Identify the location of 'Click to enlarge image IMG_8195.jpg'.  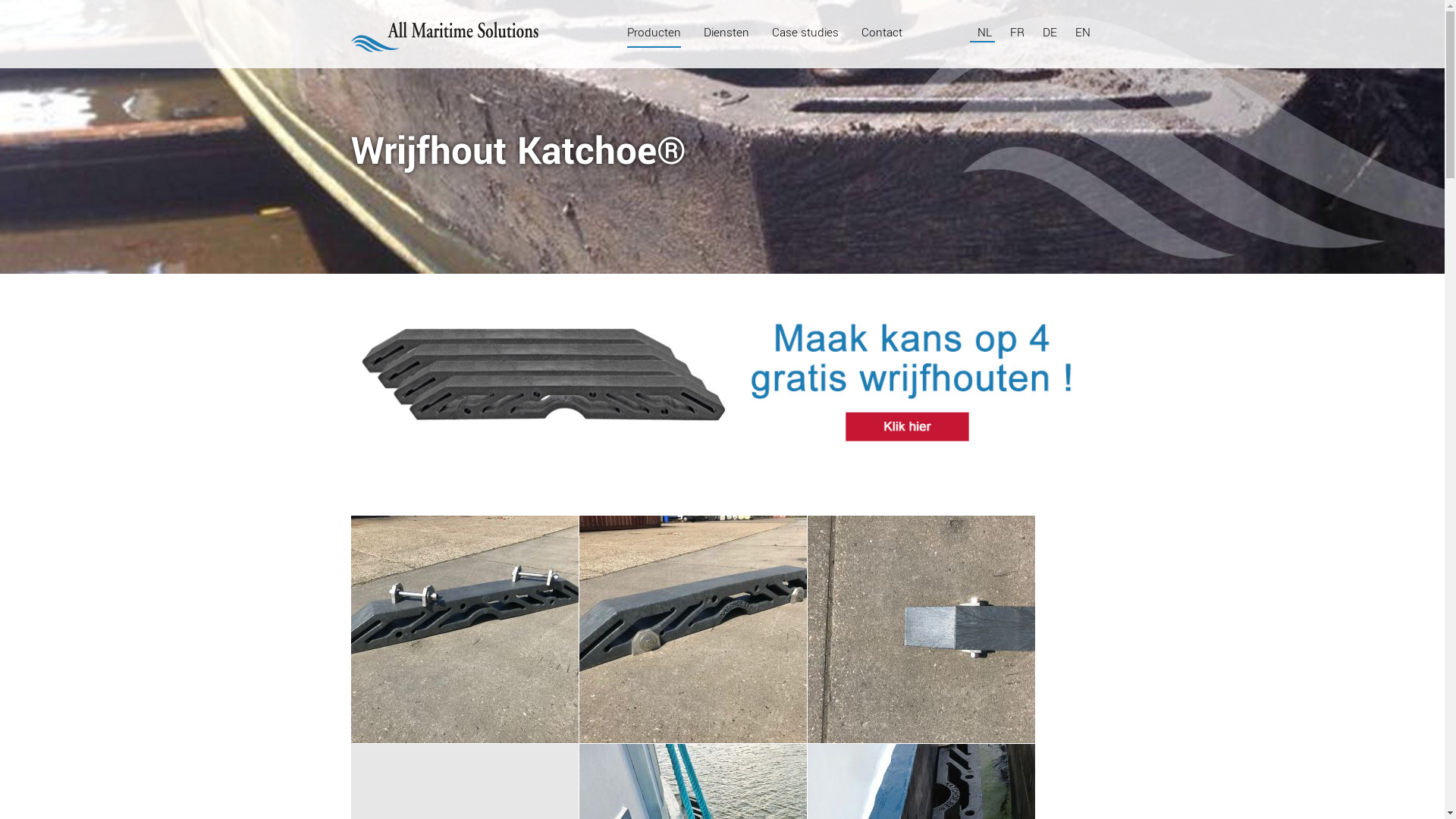
(920, 629).